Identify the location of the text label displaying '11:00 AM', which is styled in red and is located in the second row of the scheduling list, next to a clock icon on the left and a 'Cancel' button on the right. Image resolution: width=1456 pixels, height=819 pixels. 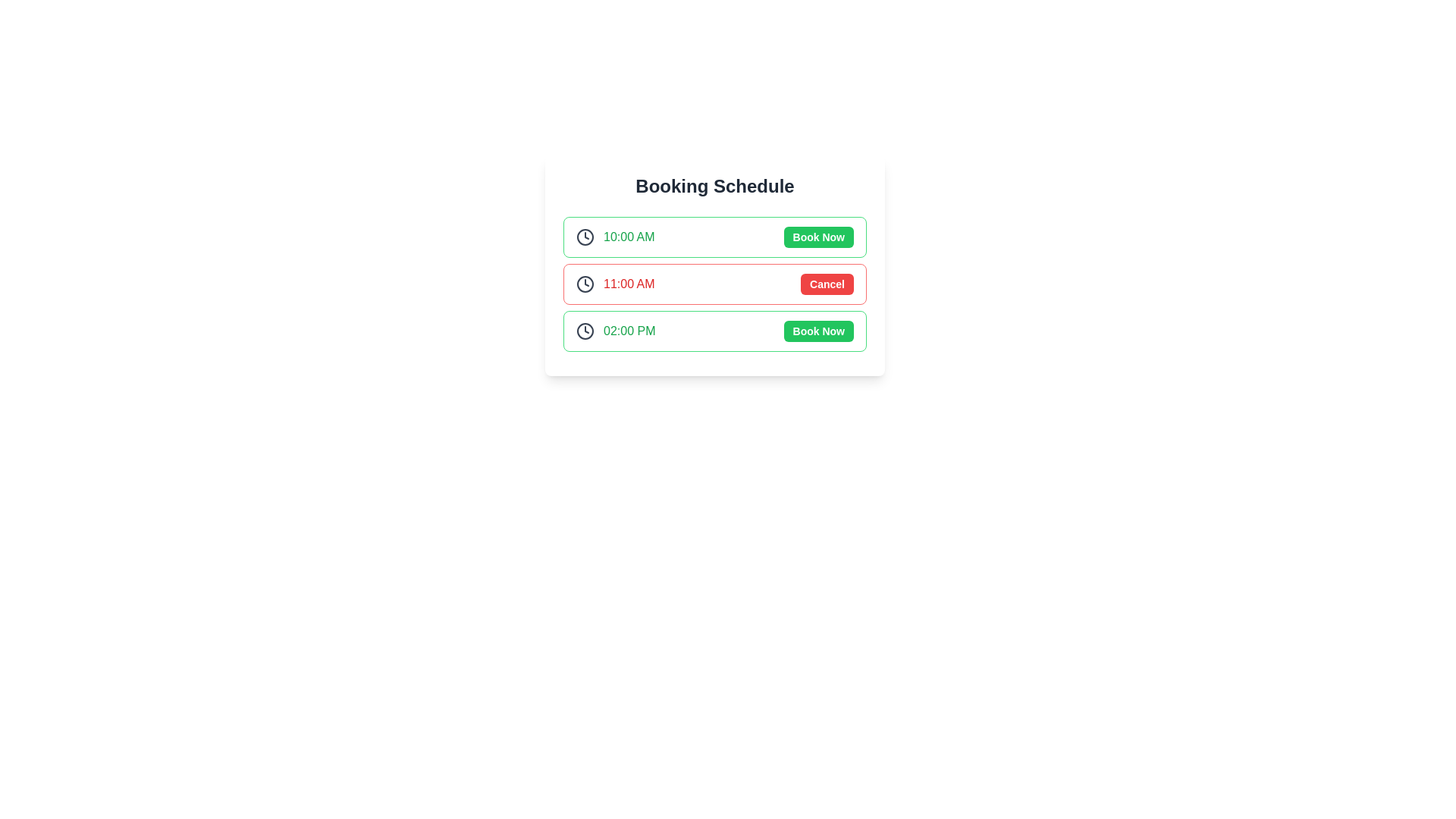
(615, 284).